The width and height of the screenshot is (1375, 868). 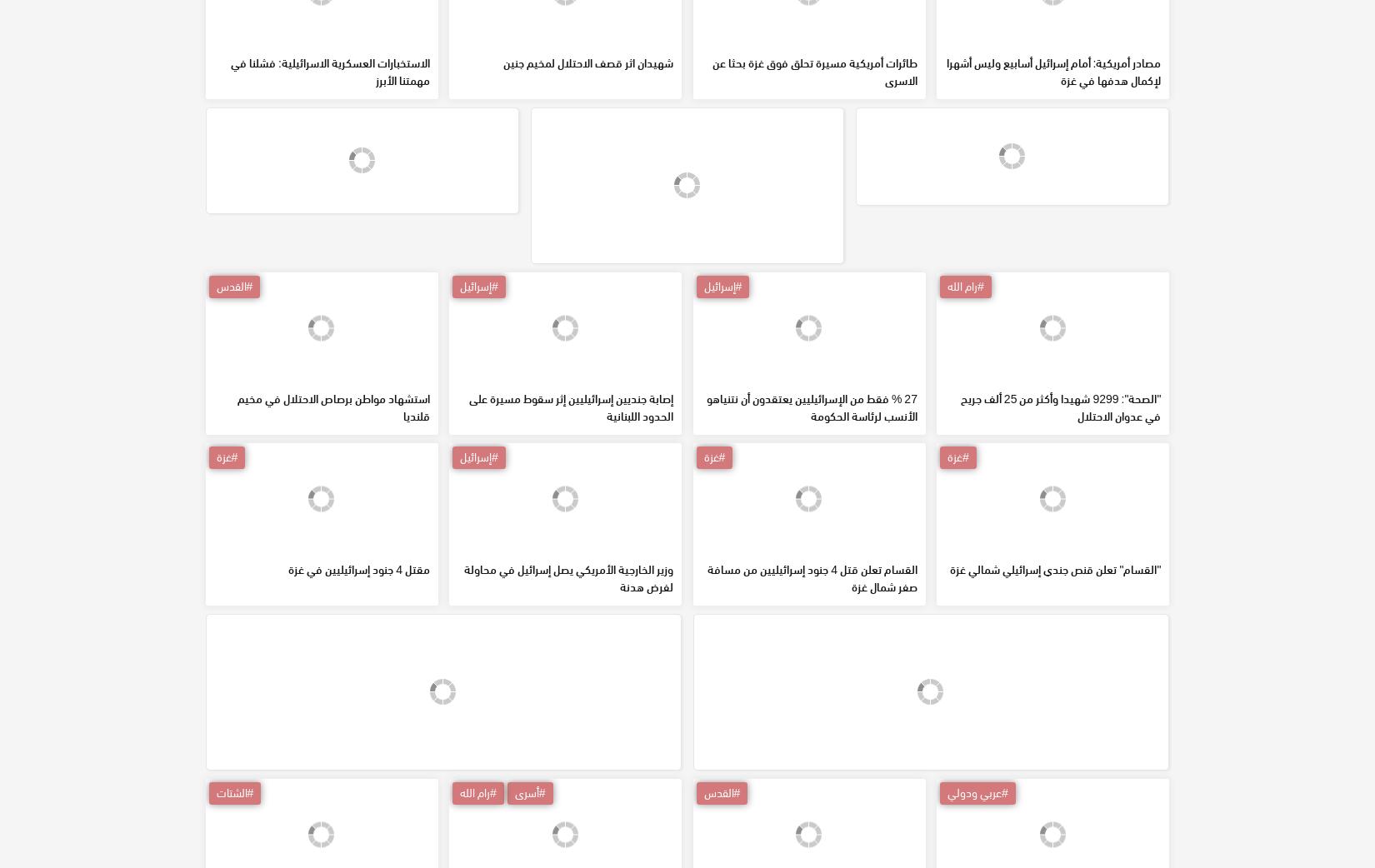 I want to click on '10 شهداء بقصف إسرائيلي لمجموعة من عمال القبور في مقبرة بيت لاهيا', so click(x=712, y=20).